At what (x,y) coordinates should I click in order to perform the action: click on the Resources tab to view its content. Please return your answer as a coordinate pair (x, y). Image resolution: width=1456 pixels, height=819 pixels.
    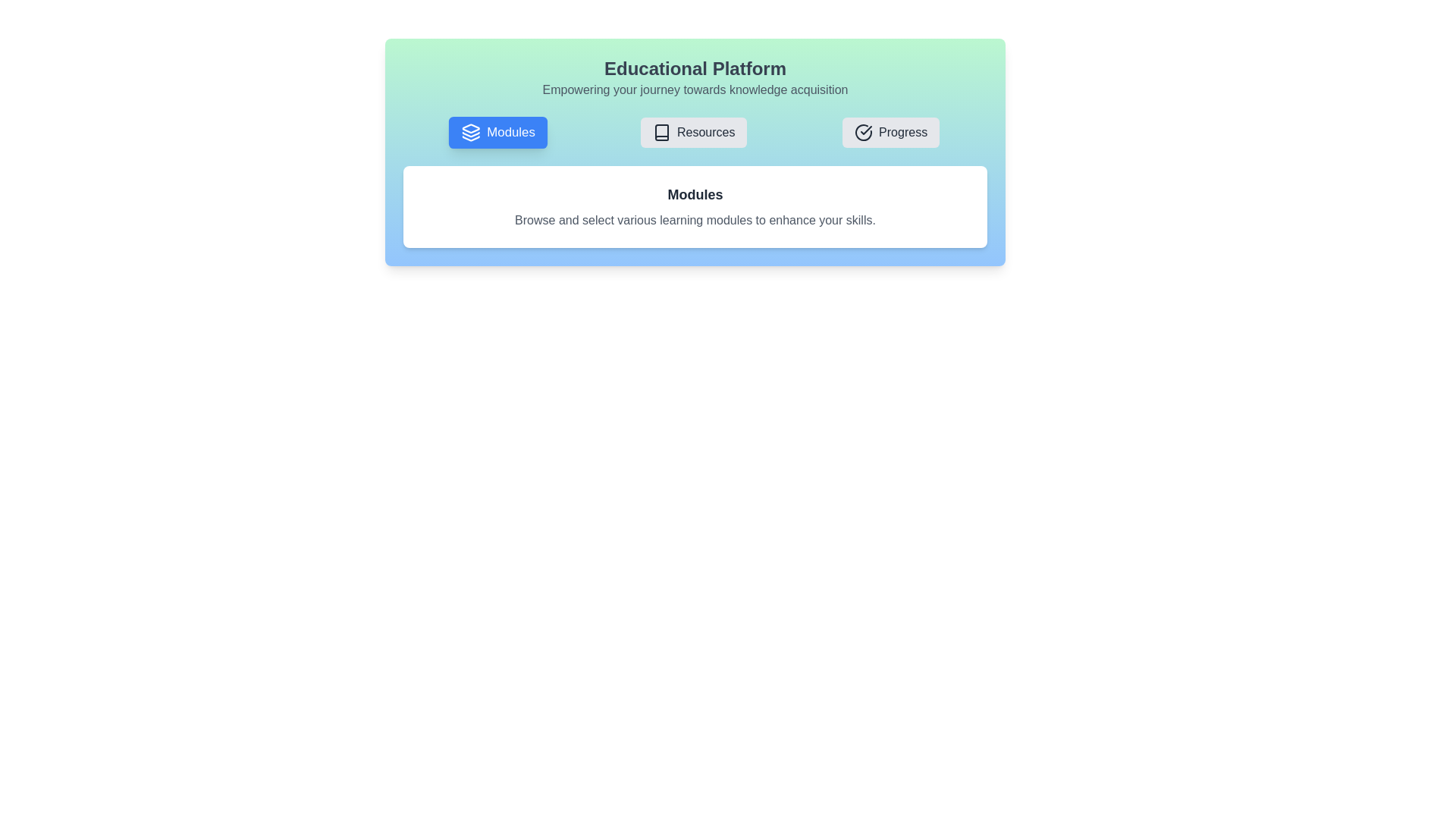
    Looking at the image, I should click on (693, 131).